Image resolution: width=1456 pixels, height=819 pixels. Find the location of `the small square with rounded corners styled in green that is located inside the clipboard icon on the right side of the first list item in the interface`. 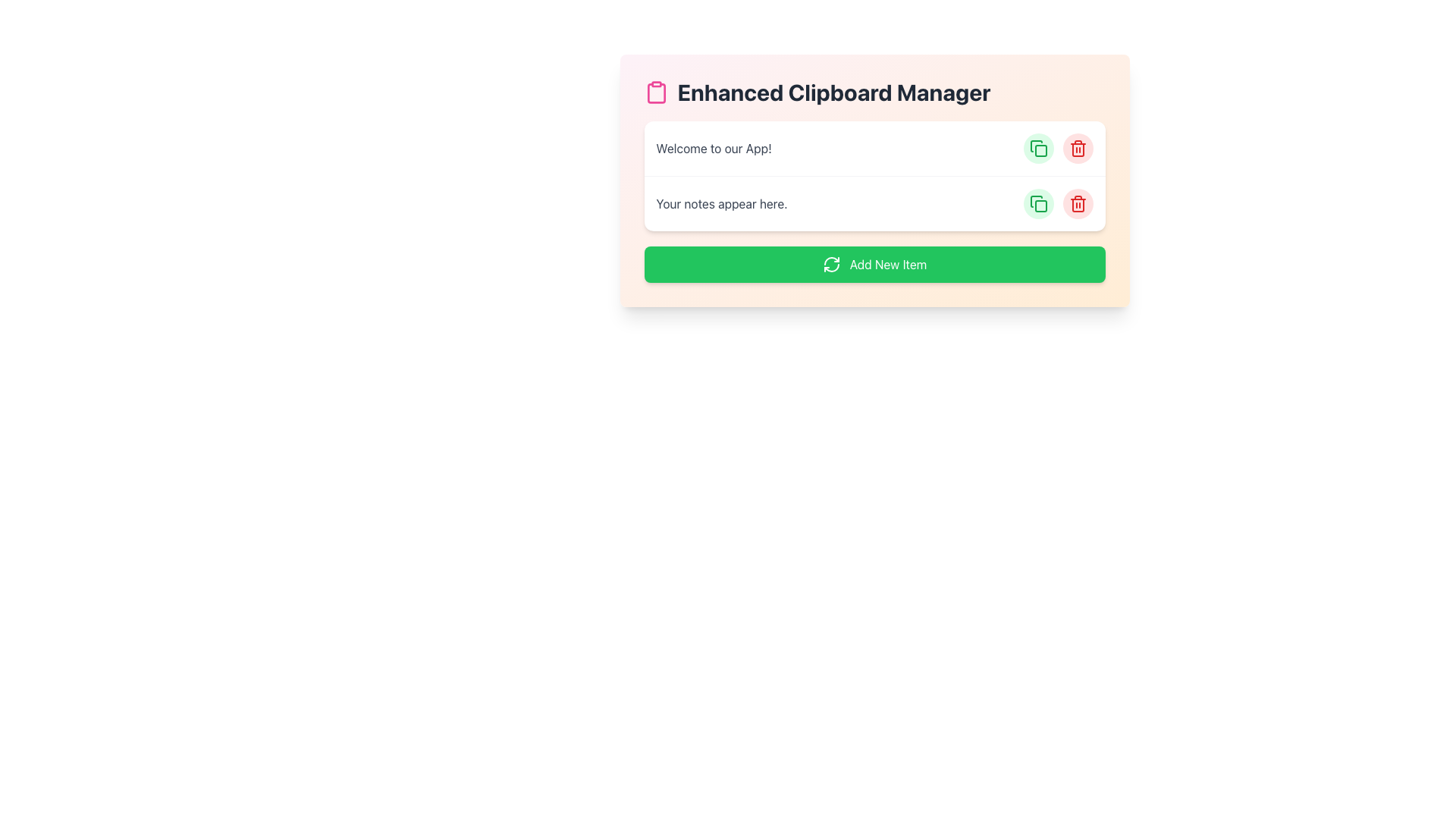

the small square with rounded corners styled in green that is located inside the clipboard icon on the right side of the first list item in the interface is located at coordinates (1040, 151).